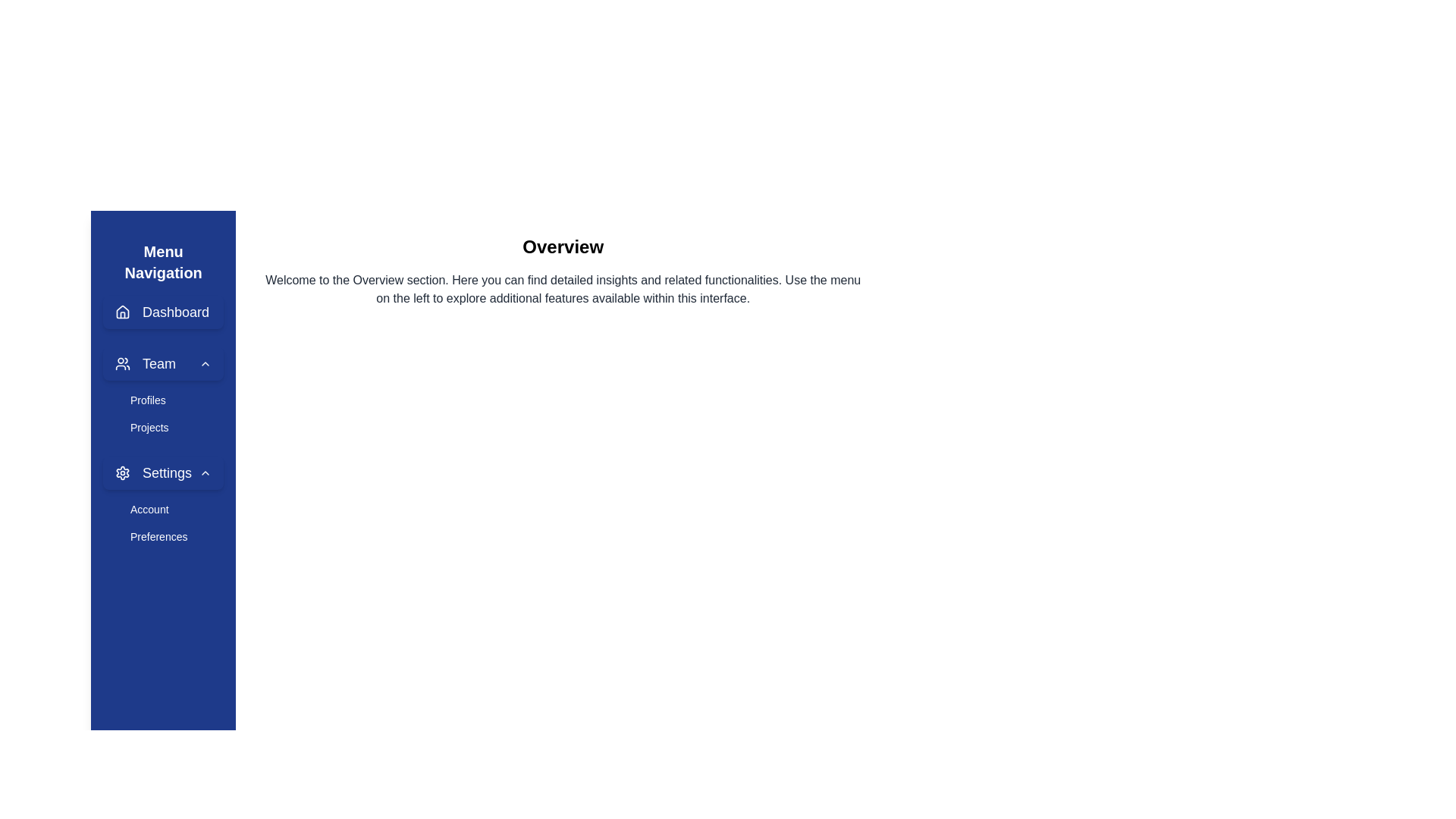 This screenshot has height=819, width=1456. What do you see at coordinates (205, 472) in the screenshot?
I see `the Chevron icon located to the right of the 'Settings' text in the vertical navigation menu sidebar` at bounding box center [205, 472].